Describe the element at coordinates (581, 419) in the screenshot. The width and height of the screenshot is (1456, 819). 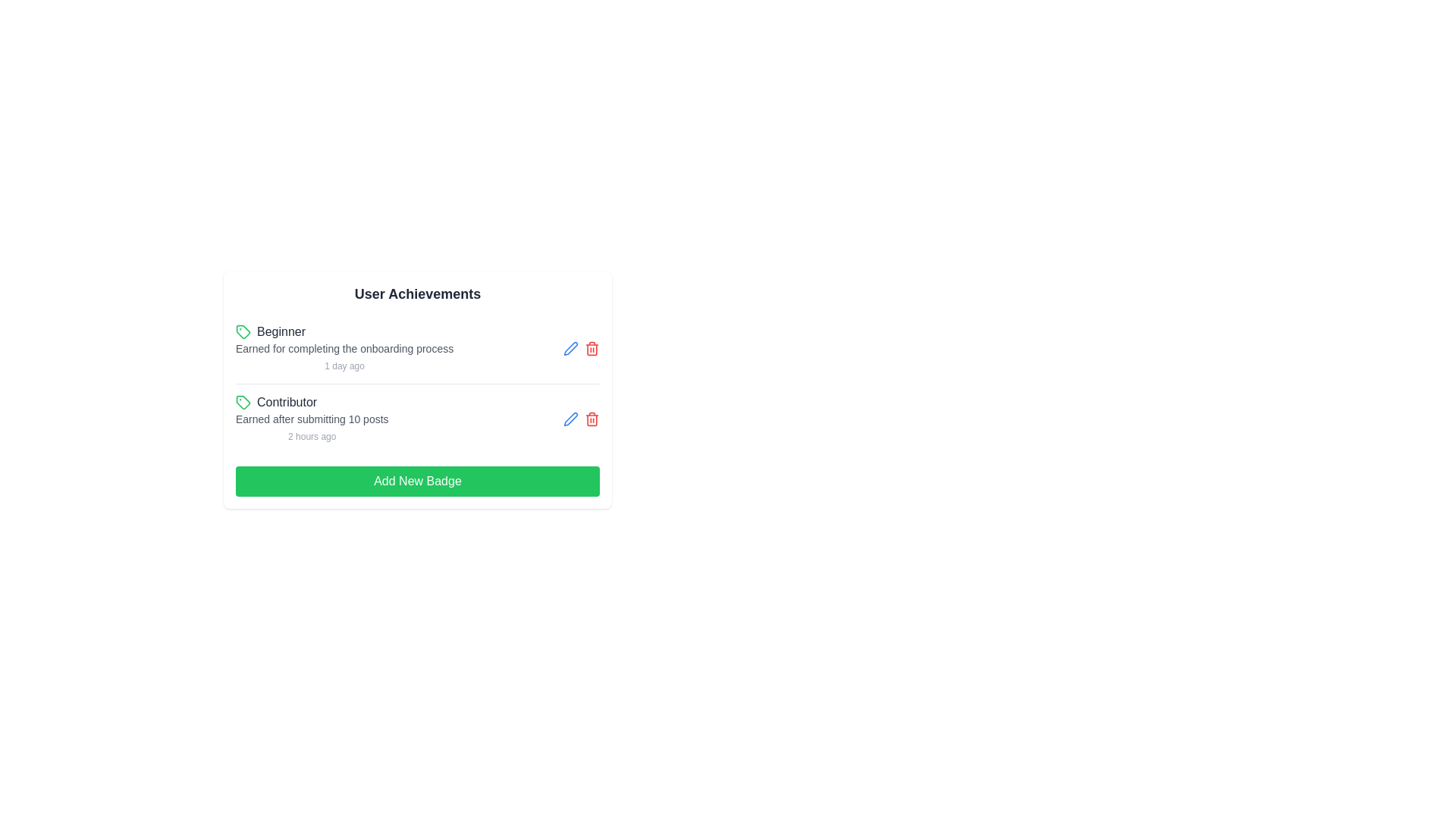
I see `the edit icon located in the bottom-right area of the 'Contributor' badge section, adjacent to the timestamp '2 hours ago'` at that location.